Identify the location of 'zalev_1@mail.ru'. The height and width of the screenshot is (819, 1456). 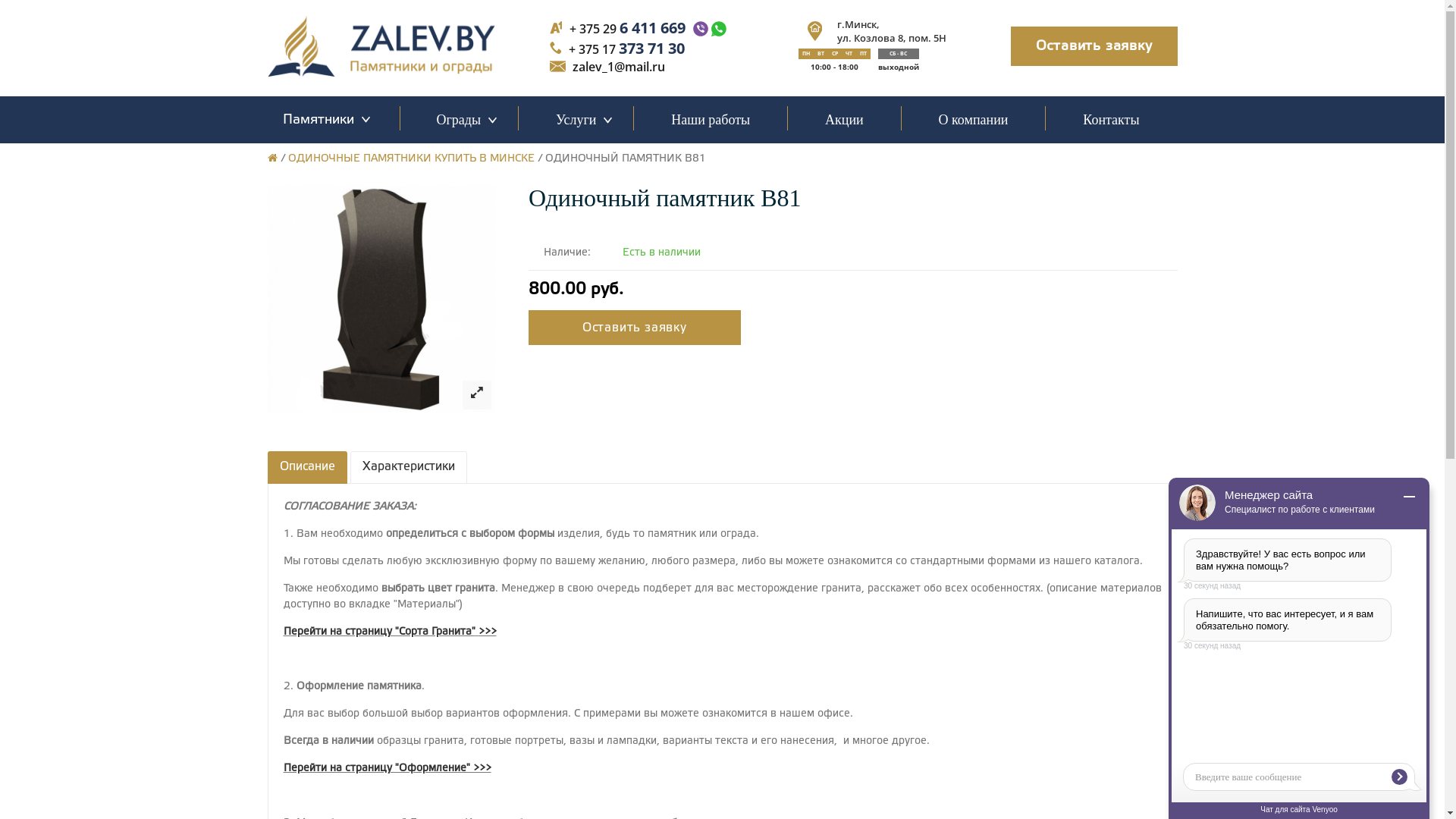
(619, 66).